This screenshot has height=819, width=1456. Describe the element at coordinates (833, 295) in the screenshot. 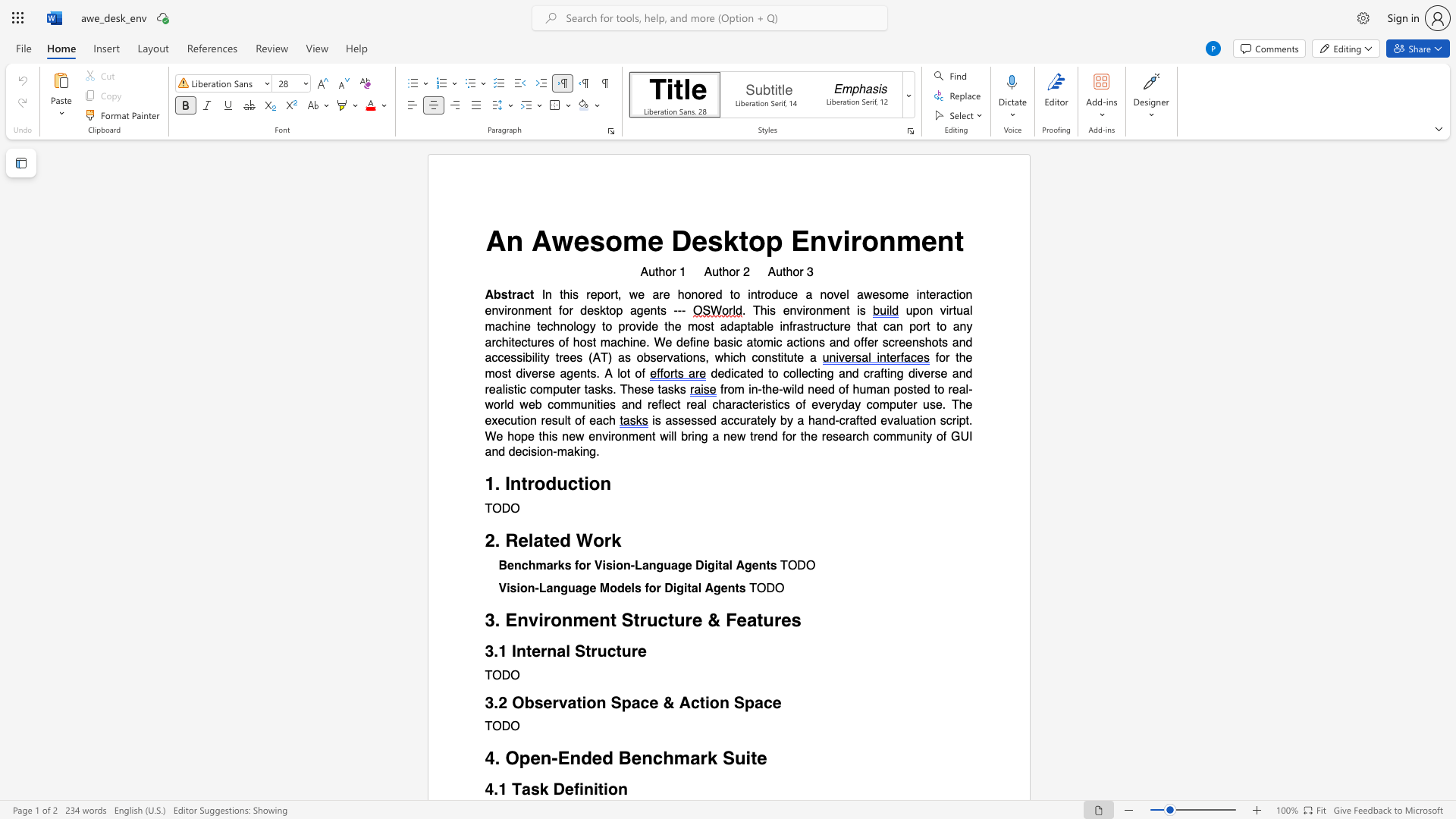

I see `the subset text "vel awesome interaction environment f" within the text "In this report, we are honored to introduce a novel awesome interaction environment for desktop agents ---"` at that location.